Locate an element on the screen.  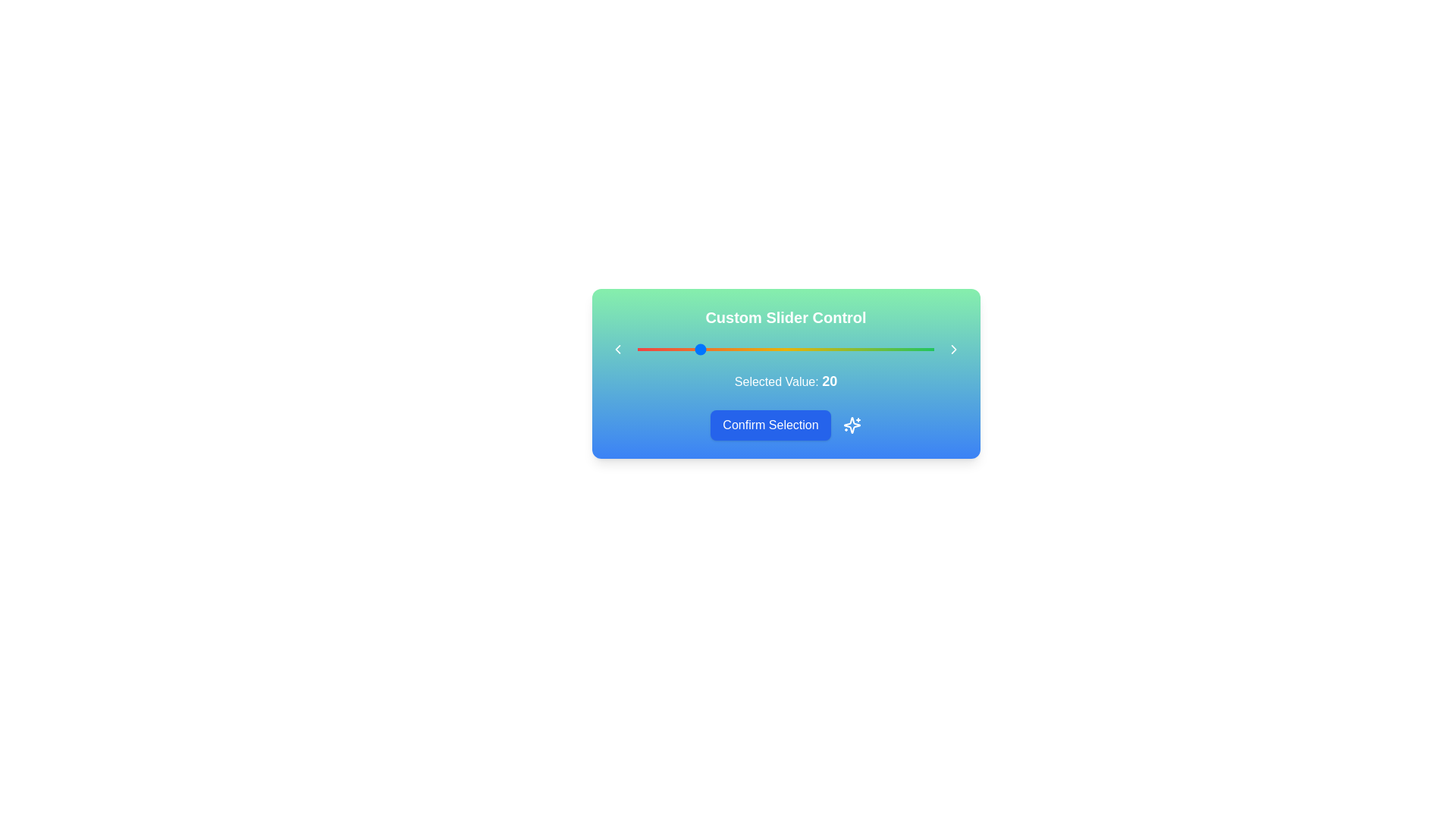
right arrow button to increase the slider value by 5 is located at coordinates (953, 350).